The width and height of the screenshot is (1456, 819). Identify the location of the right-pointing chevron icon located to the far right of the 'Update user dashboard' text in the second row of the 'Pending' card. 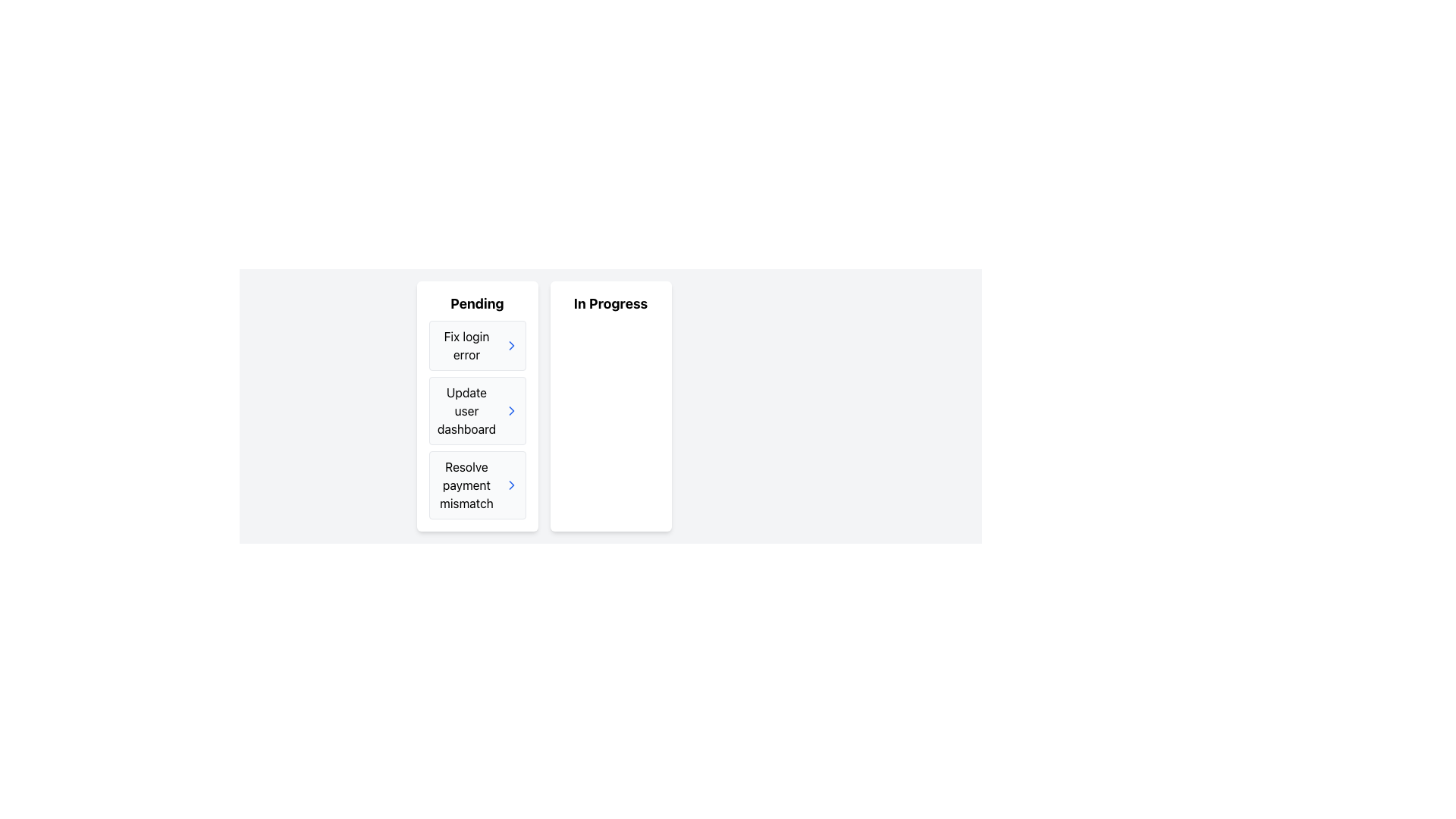
(511, 411).